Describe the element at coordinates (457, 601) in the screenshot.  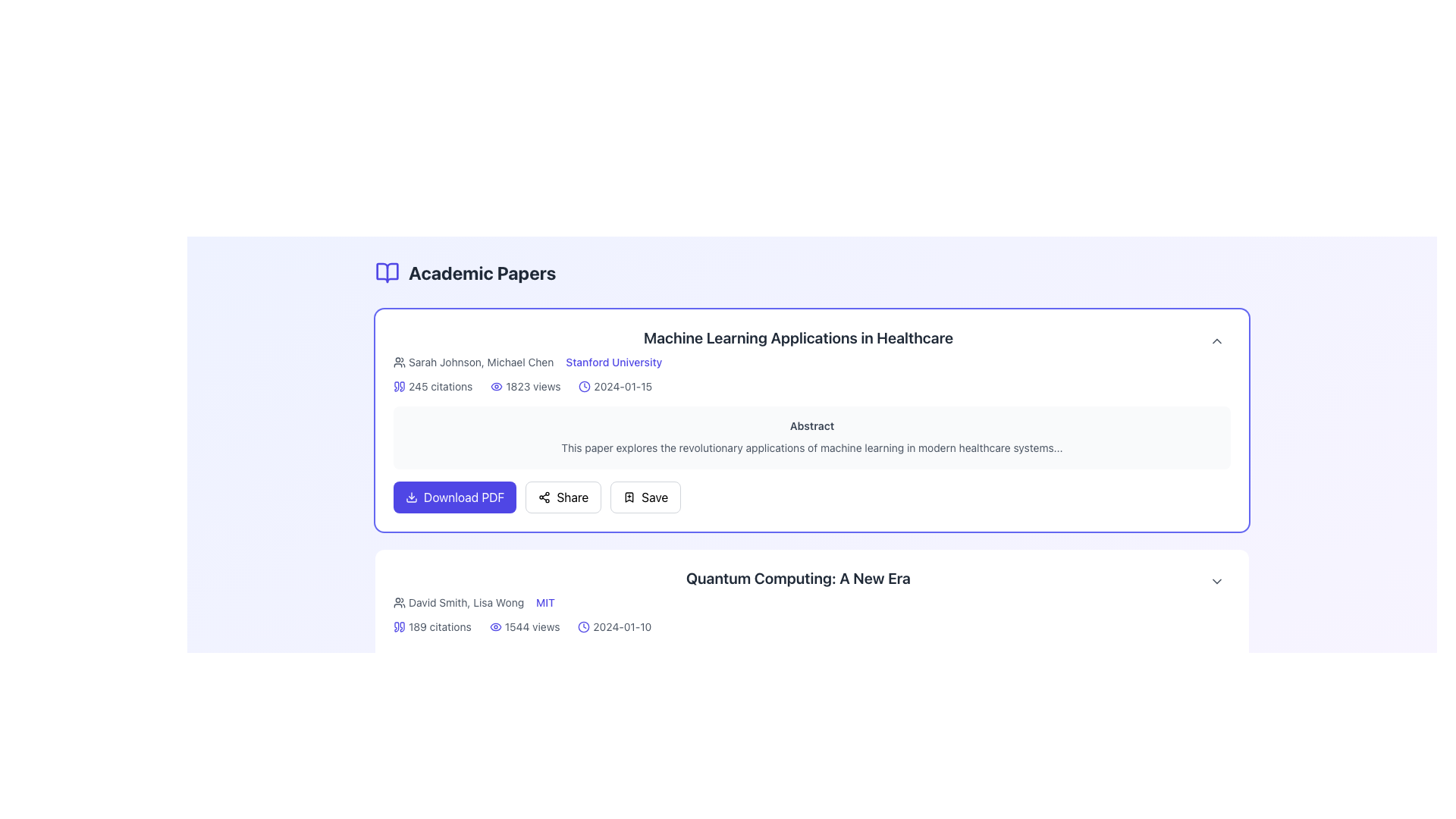
I see `the text label displaying 'David Smith, Lisa Wong' which is styled in grayish color and positioned after a group icon, located in the bottom section of the interface under 'Quantum Computing: A New Era'` at that location.